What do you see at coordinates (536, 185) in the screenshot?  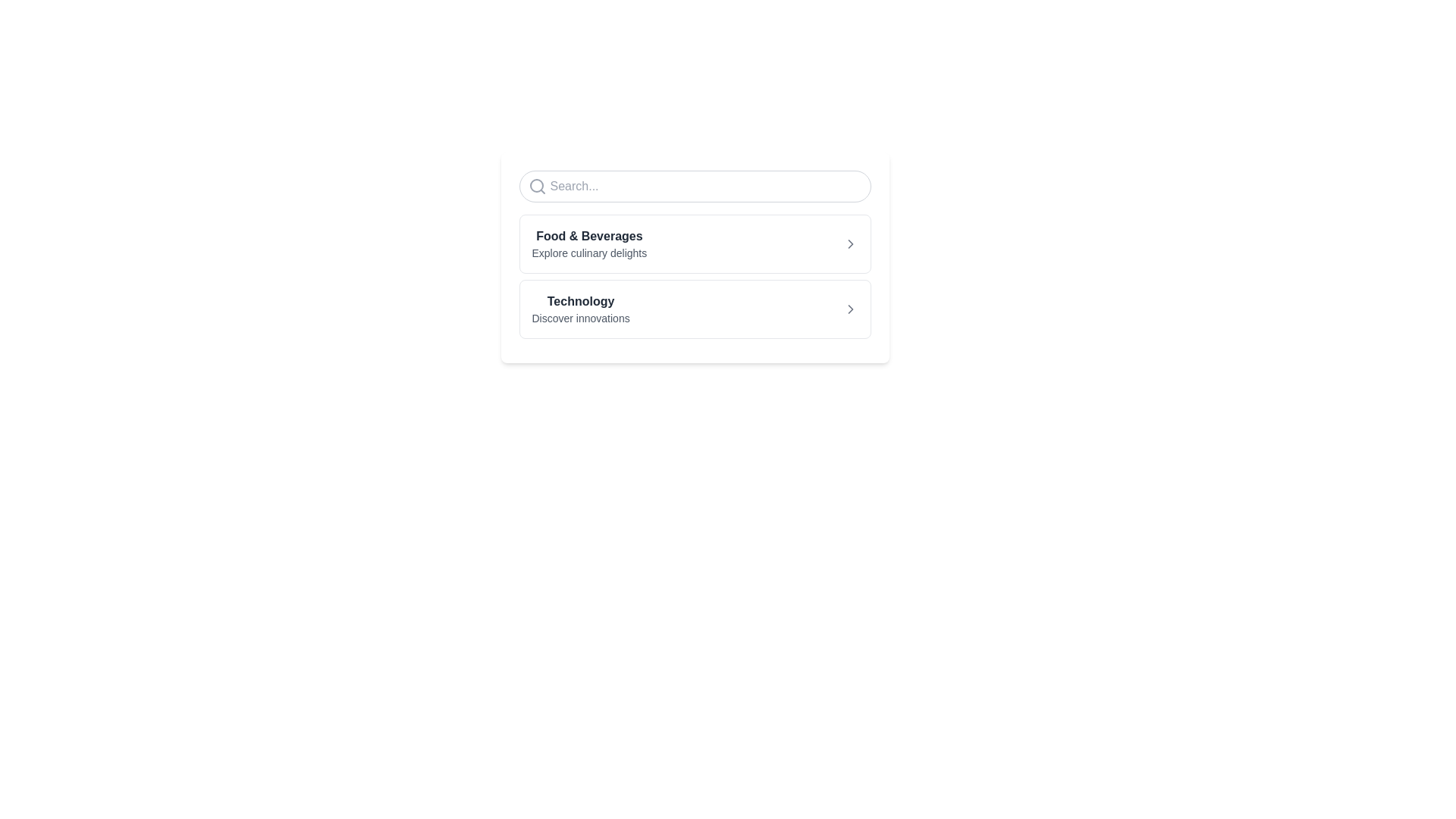 I see `the circular outline of the magnifying glass icon, which represents a search function, positioned to the left of the search bar` at bounding box center [536, 185].